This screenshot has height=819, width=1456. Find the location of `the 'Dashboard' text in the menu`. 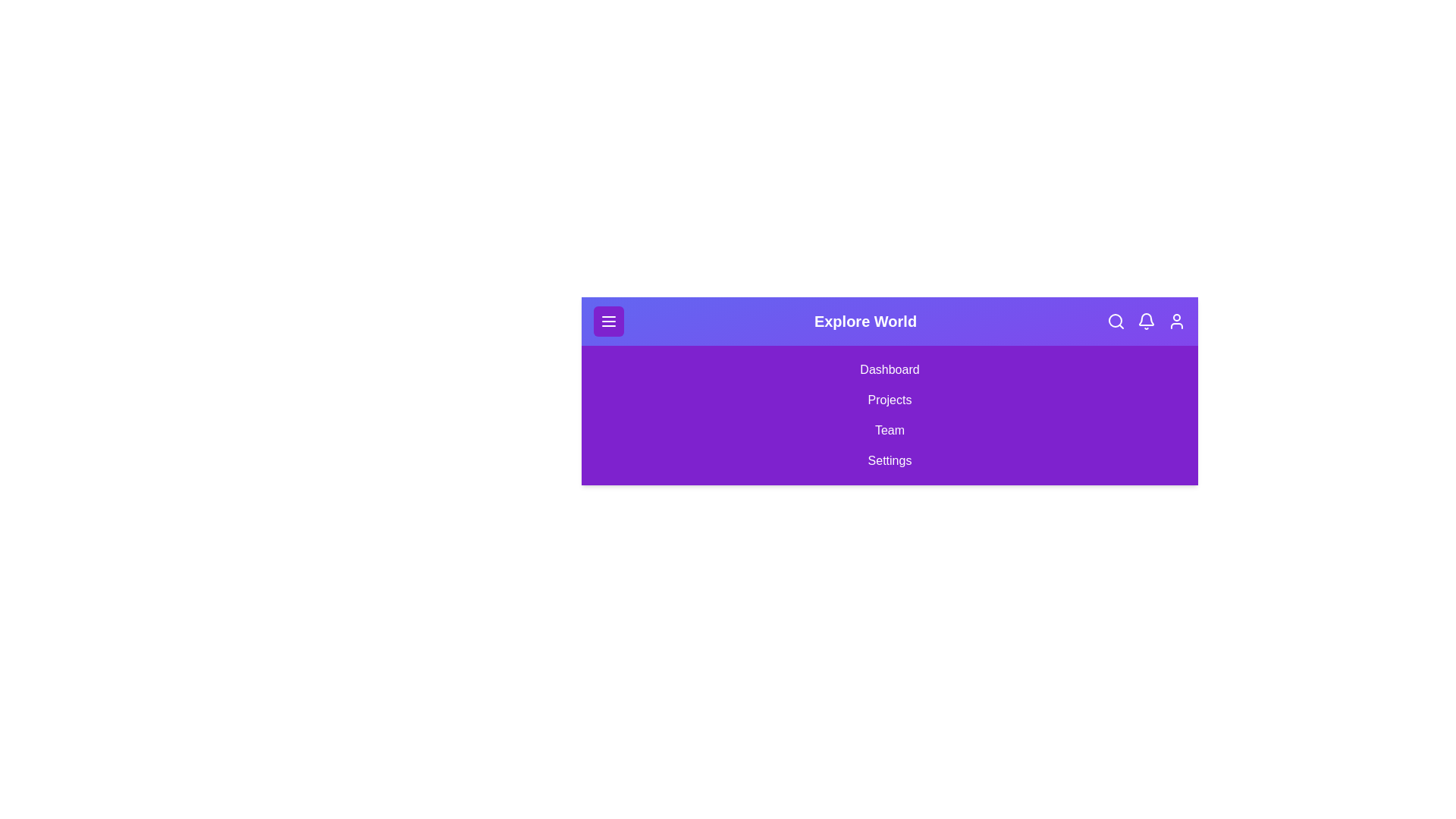

the 'Dashboard' text in the menu is located at coordinates (890, 370).